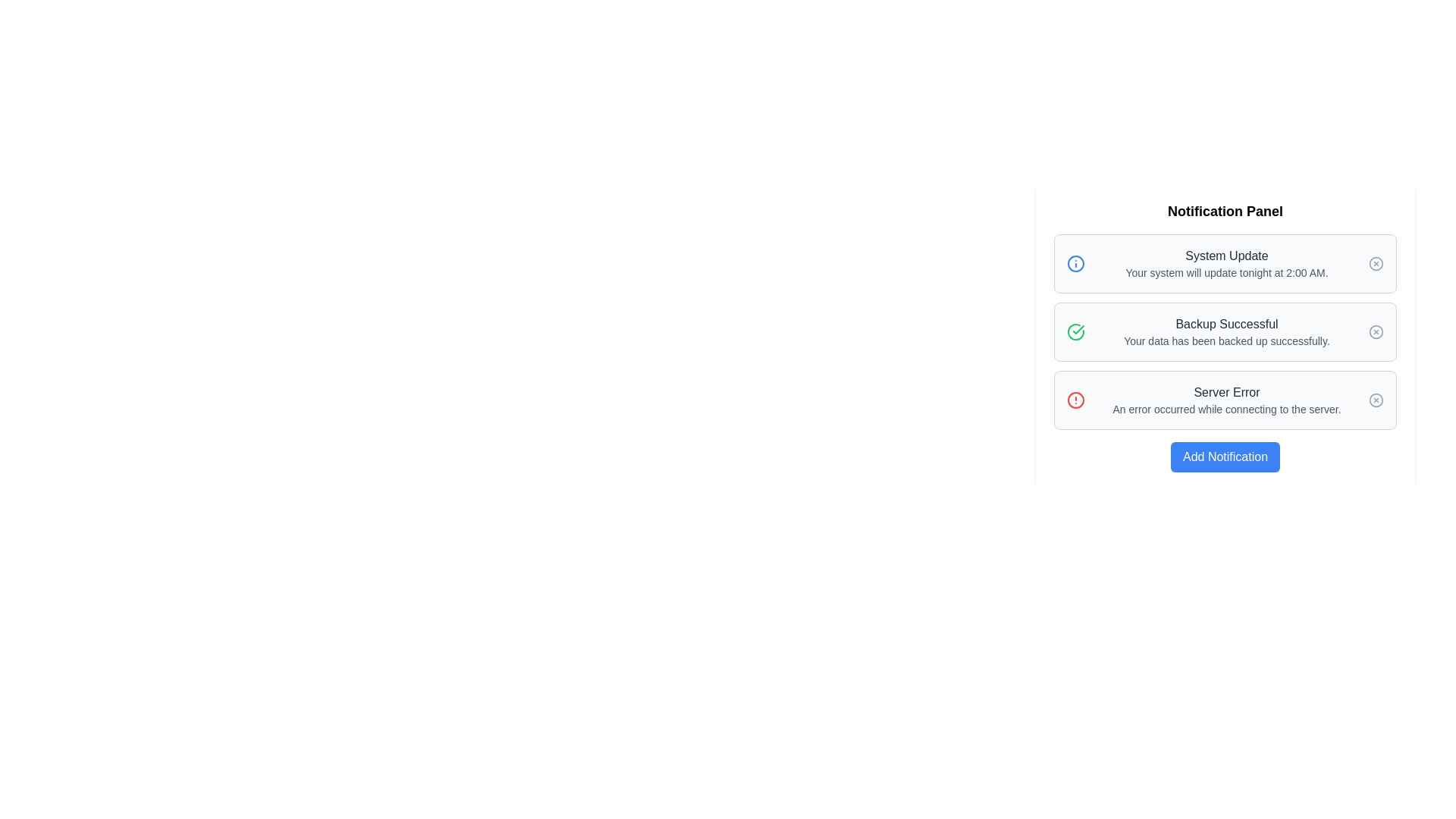 This screenshot has width=1456, height=819. I want to click on error message displayed on the Notification Card indicating a server connection issue, which is the third notification in the vertically stacked list, so click(1225, 400).